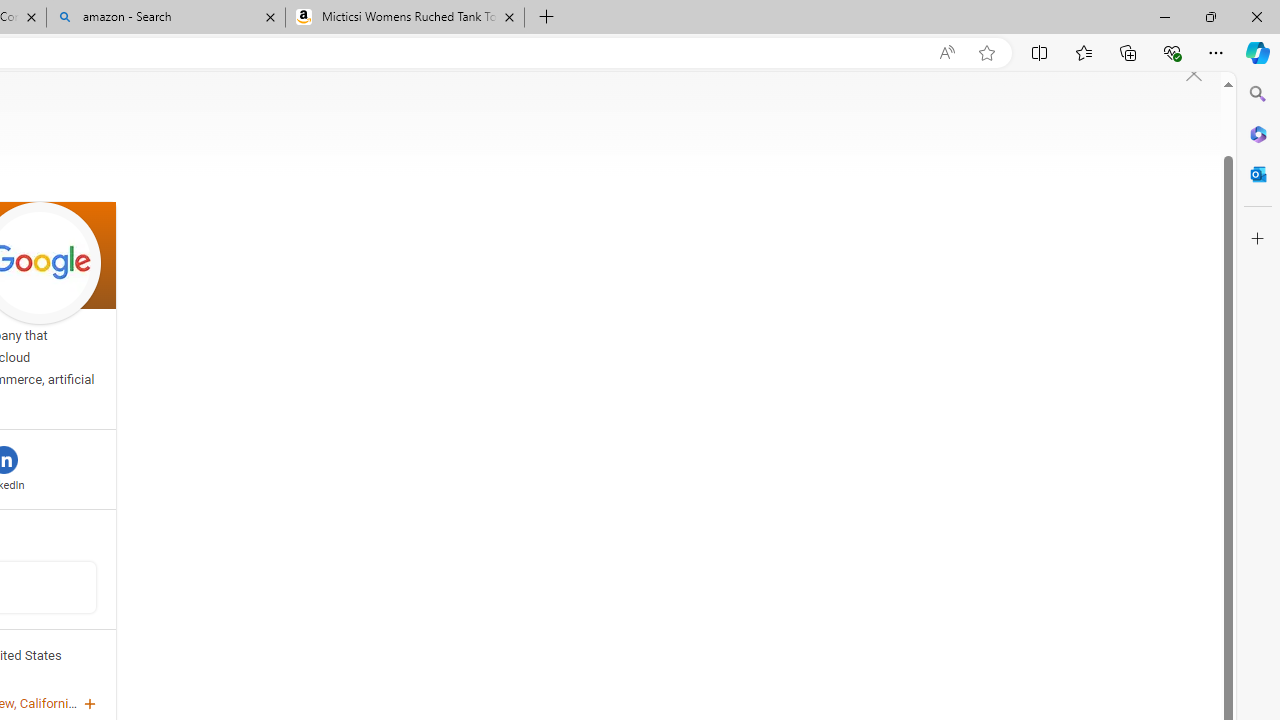 The height and width of the screenshot is (720, 1280). What do you see at coordinates (1257, 133) in the screenshot?
I see `'Microsoft 365'` at bounding box center [1257, 133].